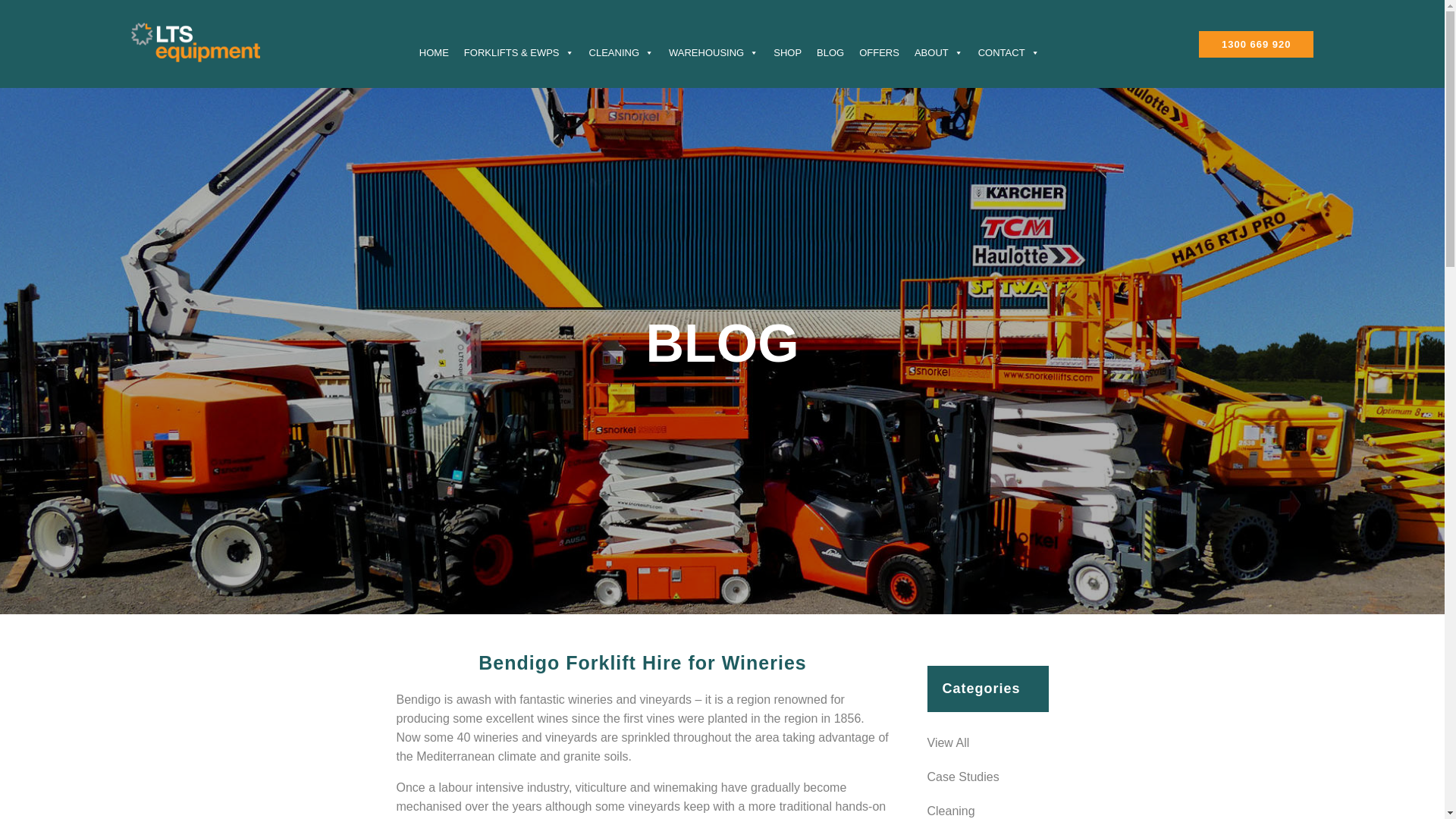 This screenshot has width=1456, height=819. What do you see at coordinates (938, 52) in the screenshot?
I see `'ABOUT'` at bounding box center [938, 52].